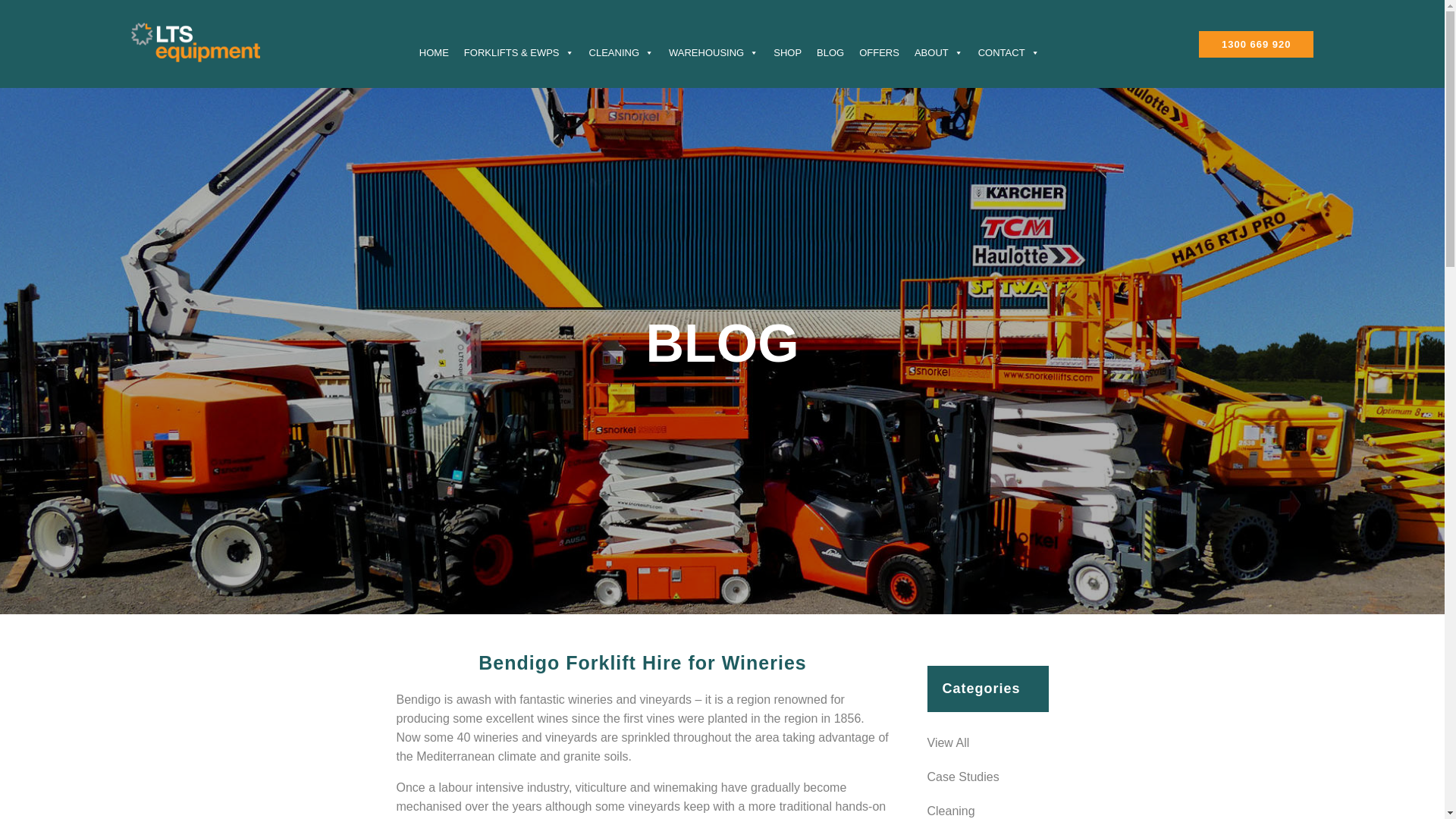 This screenshot has width=1456, height=819. What do you see at coordinates (938, 52) in the screenshot?
I see `'ABOUT'` at bounding box center [938, 52].